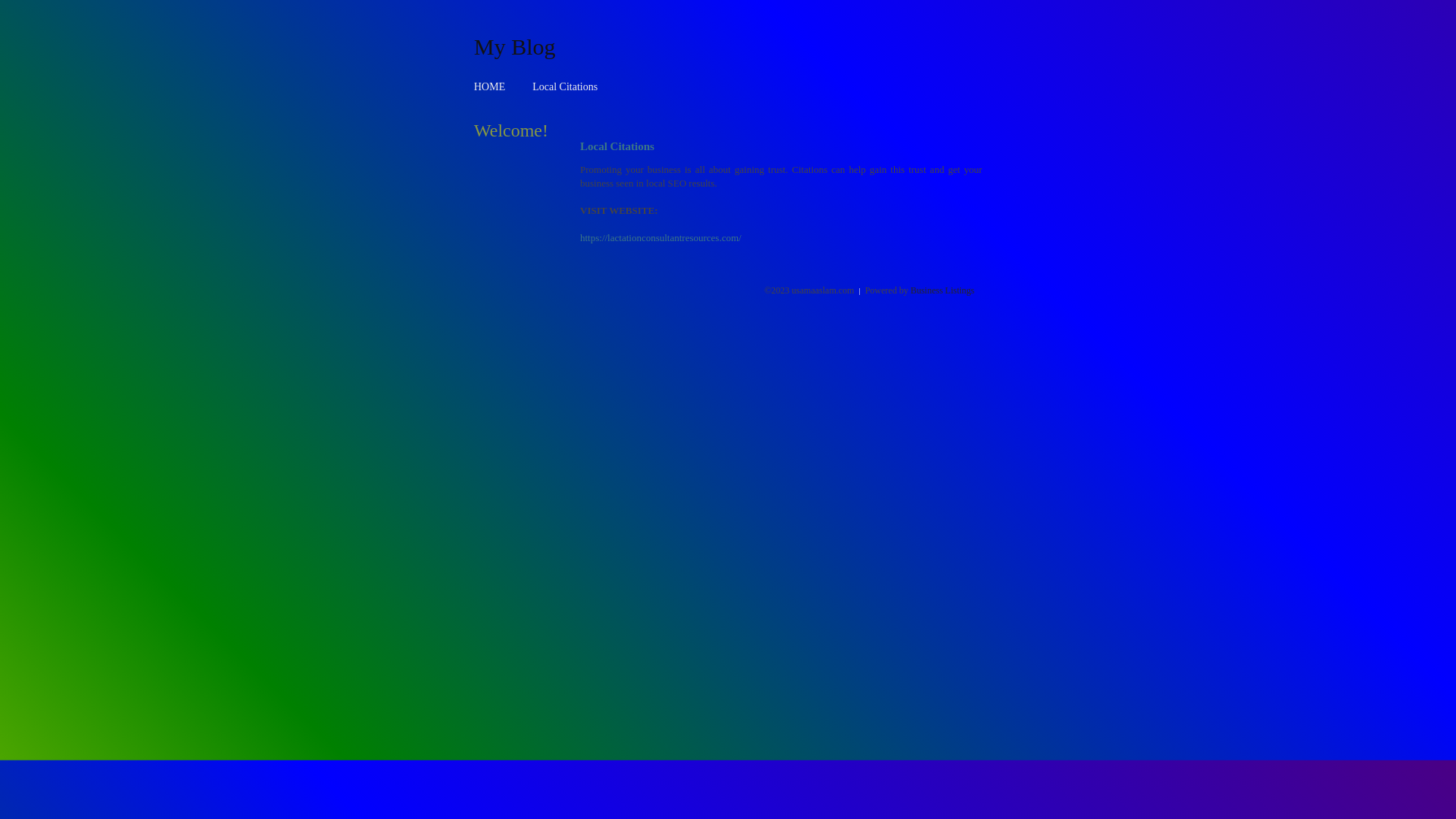 Image resolution: width=1456 pixels, height=819 pixels. Describe the element at coordinates (942, 290) in the screenshot. I see `'Business Listings'` at that location.